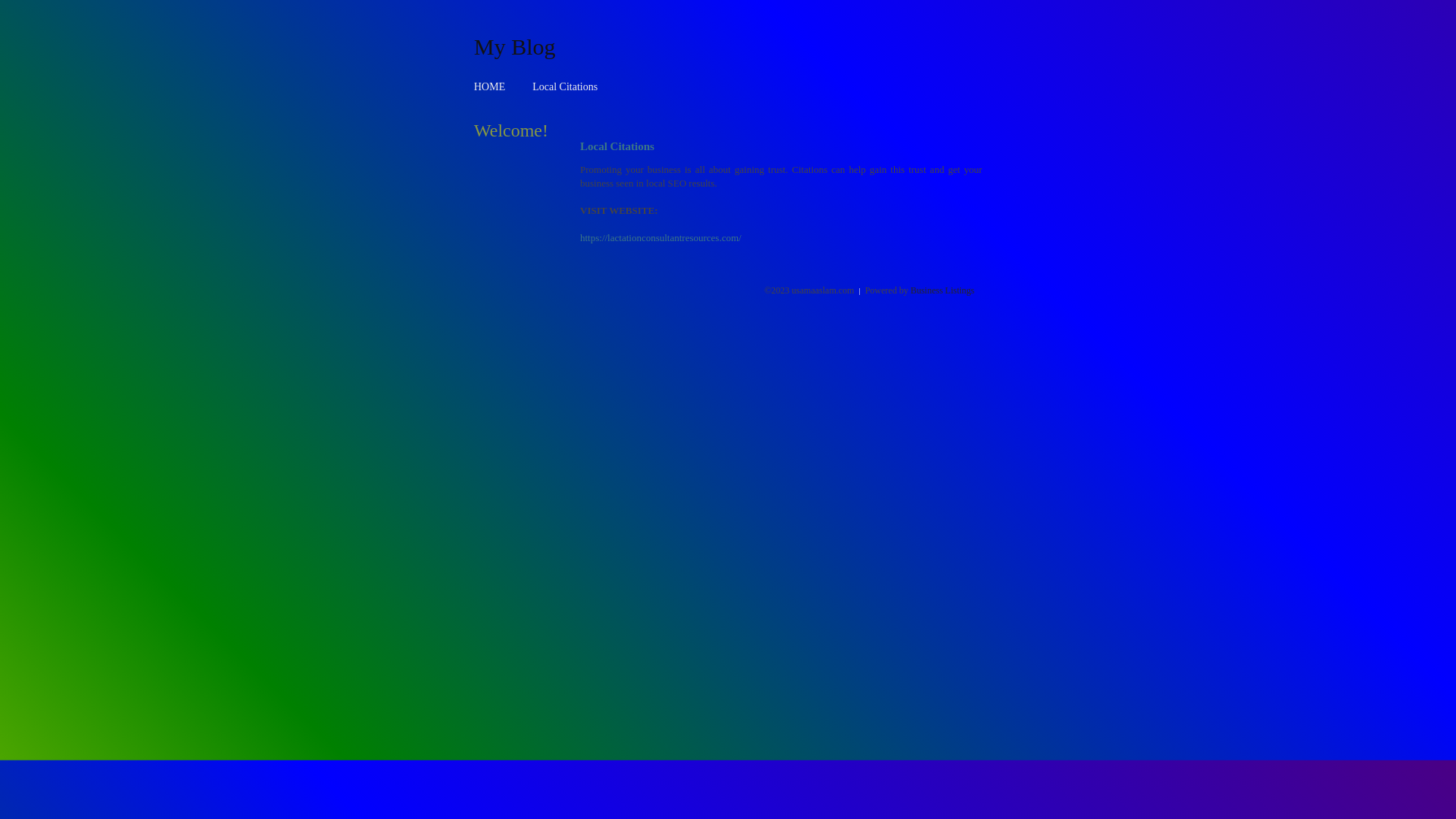 Image resolution: width=1456 pixels, height=819 pixels. Describe the element at coordinates (942, 290) in the screenshot. I see `'Business Listings'` at that location.